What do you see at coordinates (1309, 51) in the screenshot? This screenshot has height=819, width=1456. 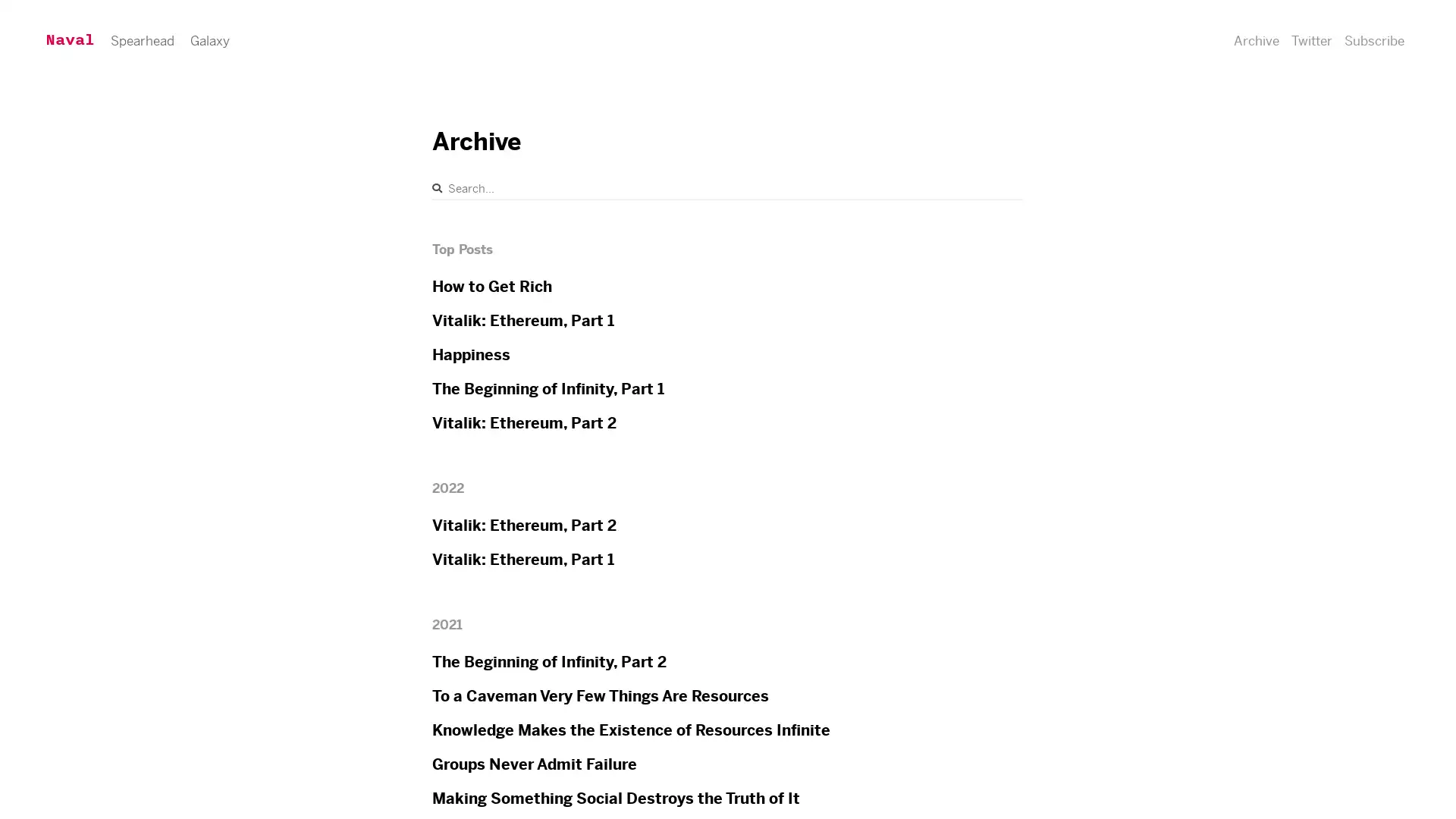 I see `Subscribe` at bounding box center [1309, 51].